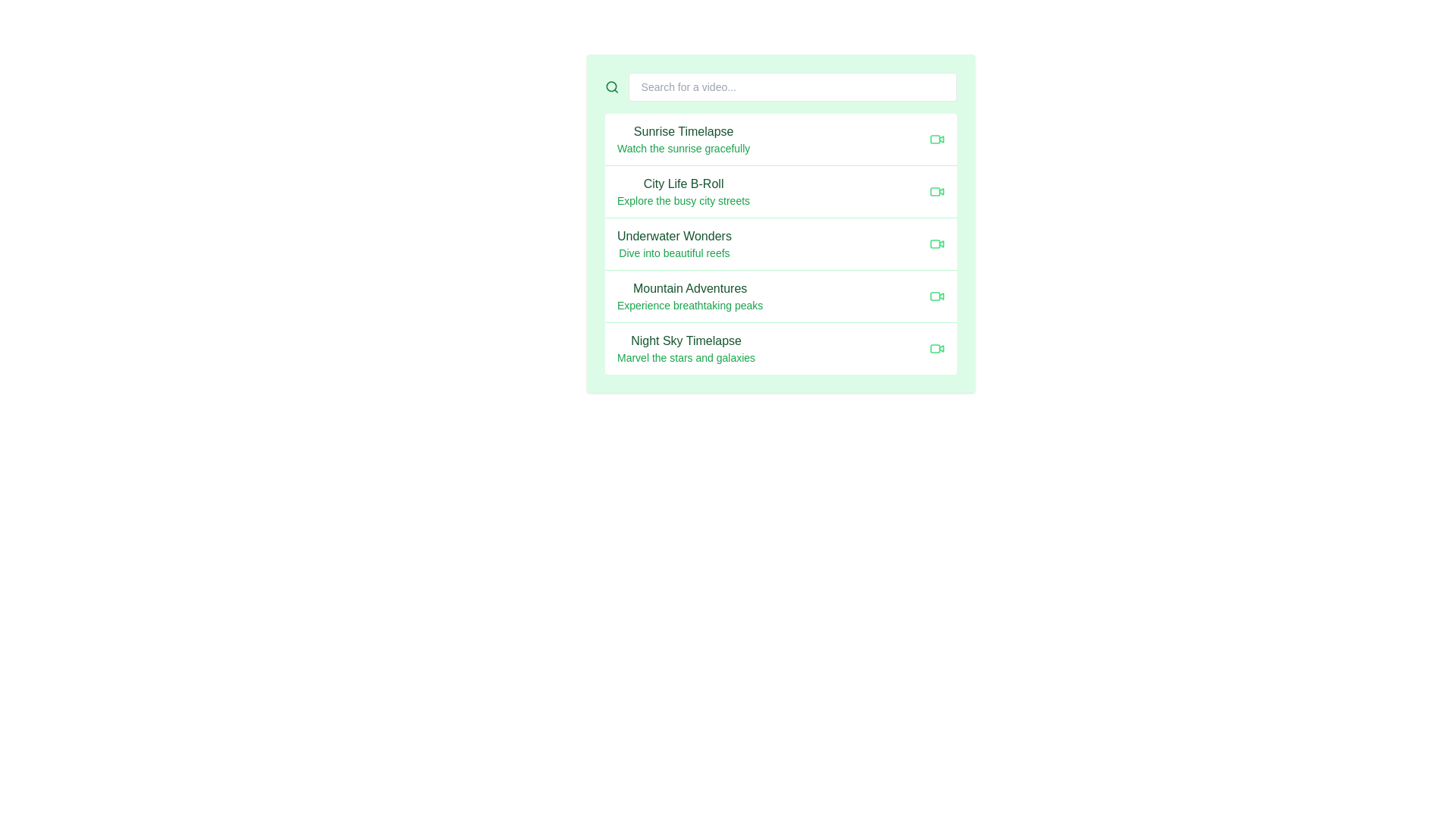 This screenshot has width=1456, height=819. What do you see at coordinates (686, 348) in the screenshot?
I see `the text block that provides a title and descriptive text for the listed content, specifically located beneath 'Mountain Adventures' and above the footer in a light green interface` at bounding box center [686, 348].